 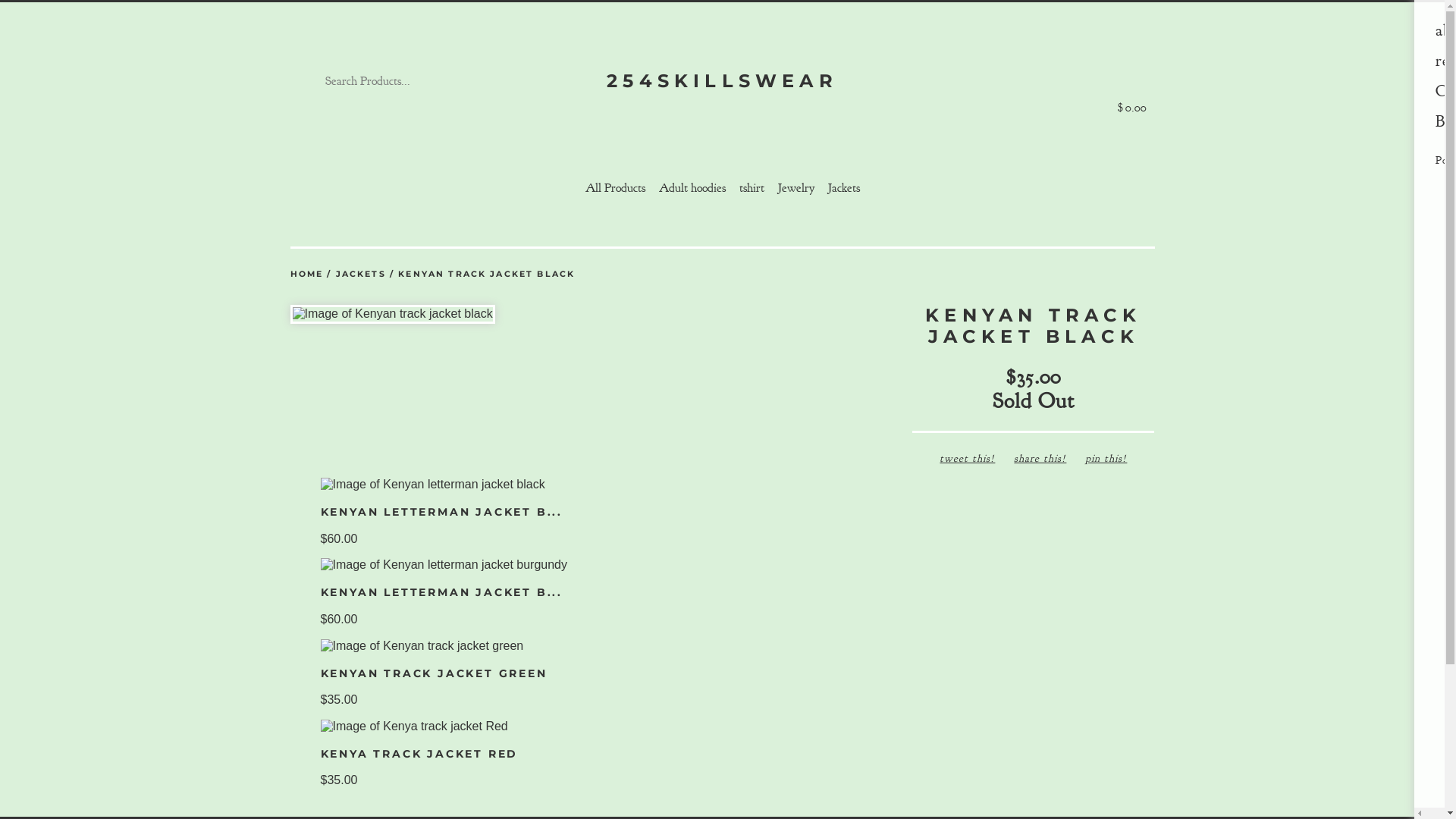 I want to click on 'KENYAN TRACK JACKET GREEN, so click(x=290, y=672).